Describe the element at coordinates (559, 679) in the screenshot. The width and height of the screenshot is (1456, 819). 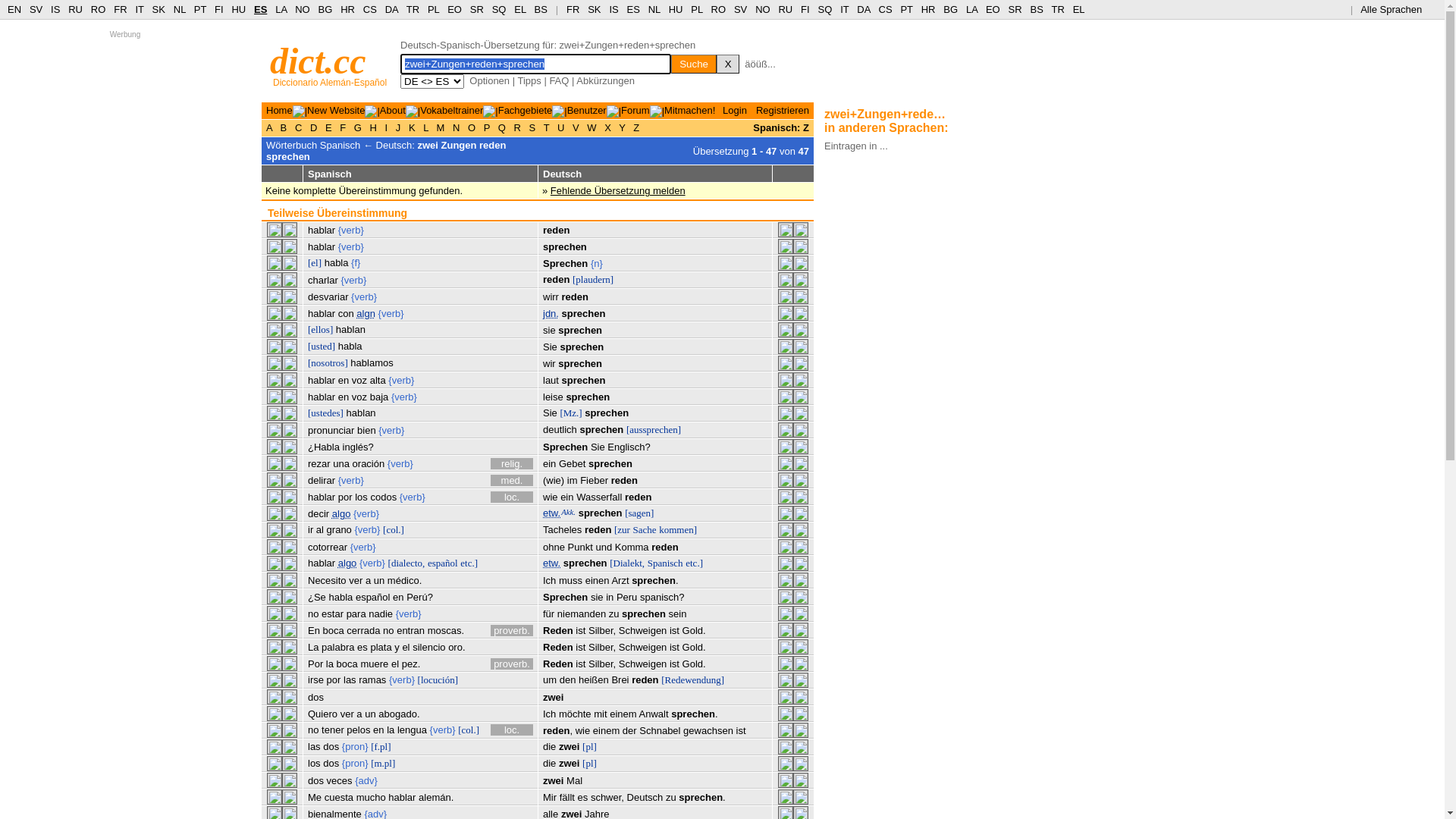
I see `'den'` at that location.